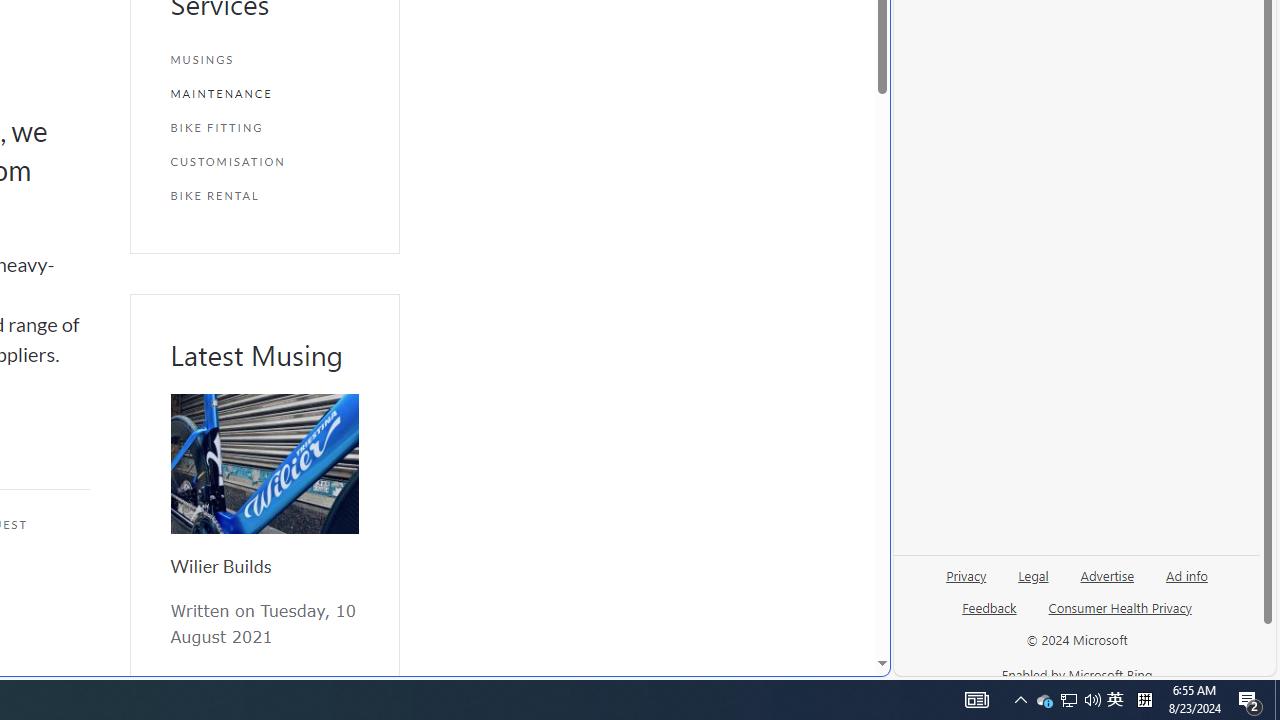  Describe the element at coordinates (966, 574) in the screenshot. I see `'Privacy'` at that location.